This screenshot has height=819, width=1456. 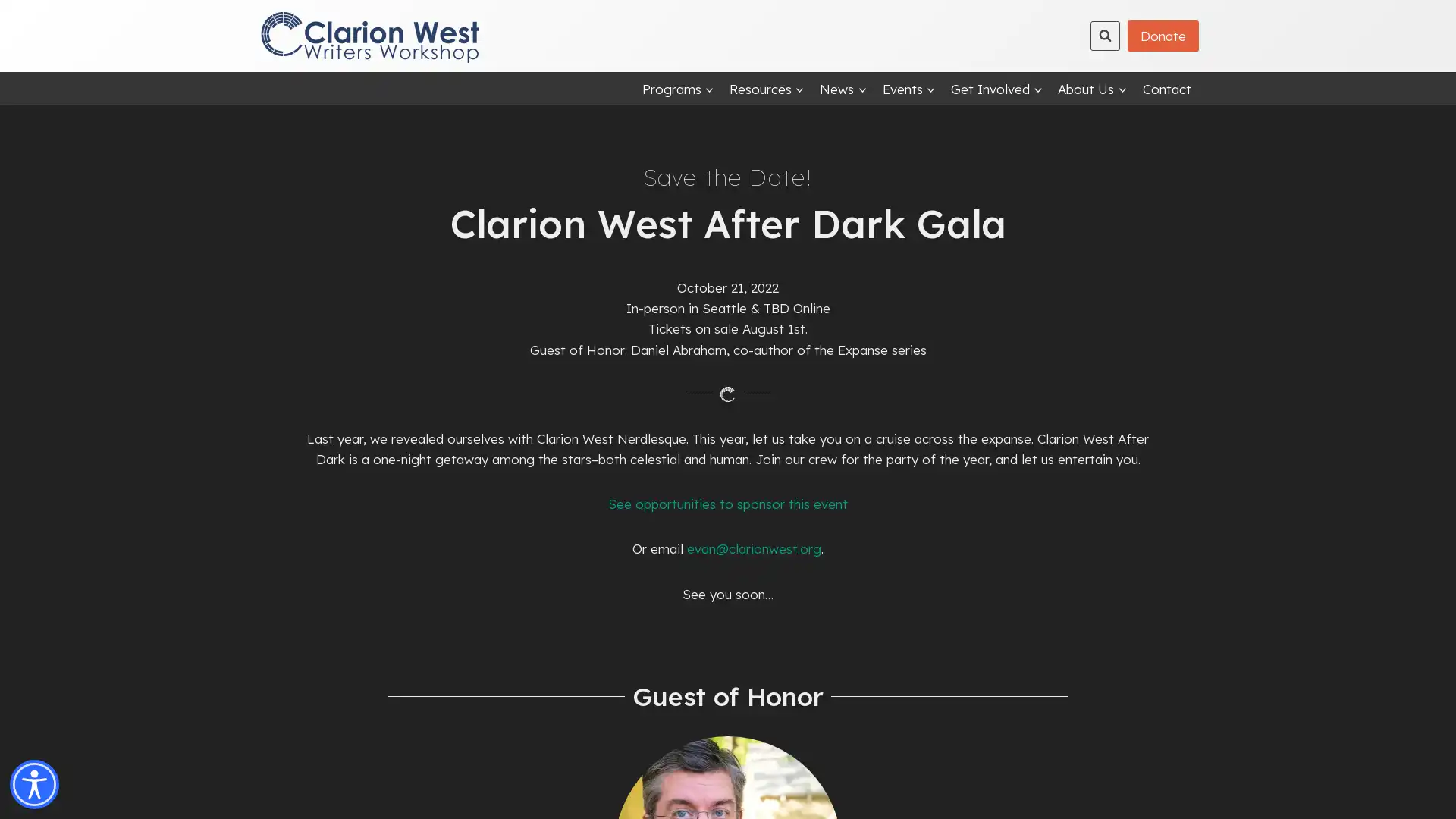 What do you see at coordinates (1092, 88) in the screenshot?
I see `Expand child menu` at bounding box center [1092, 88].